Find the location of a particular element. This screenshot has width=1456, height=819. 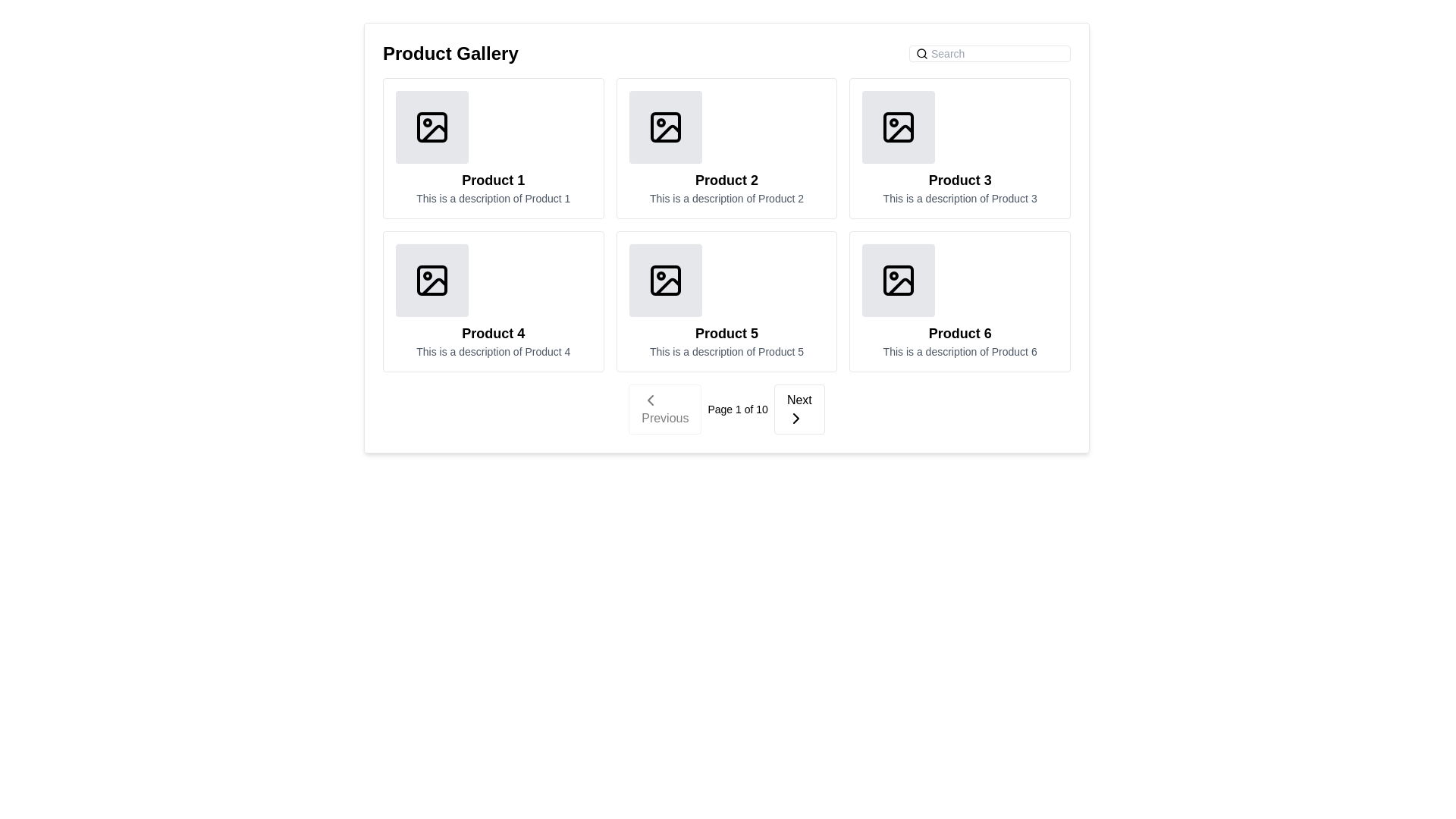

the Image Placeholder located in the leftmost column of the second row above the text 'Product 4' is located at coordinates (431, 281).